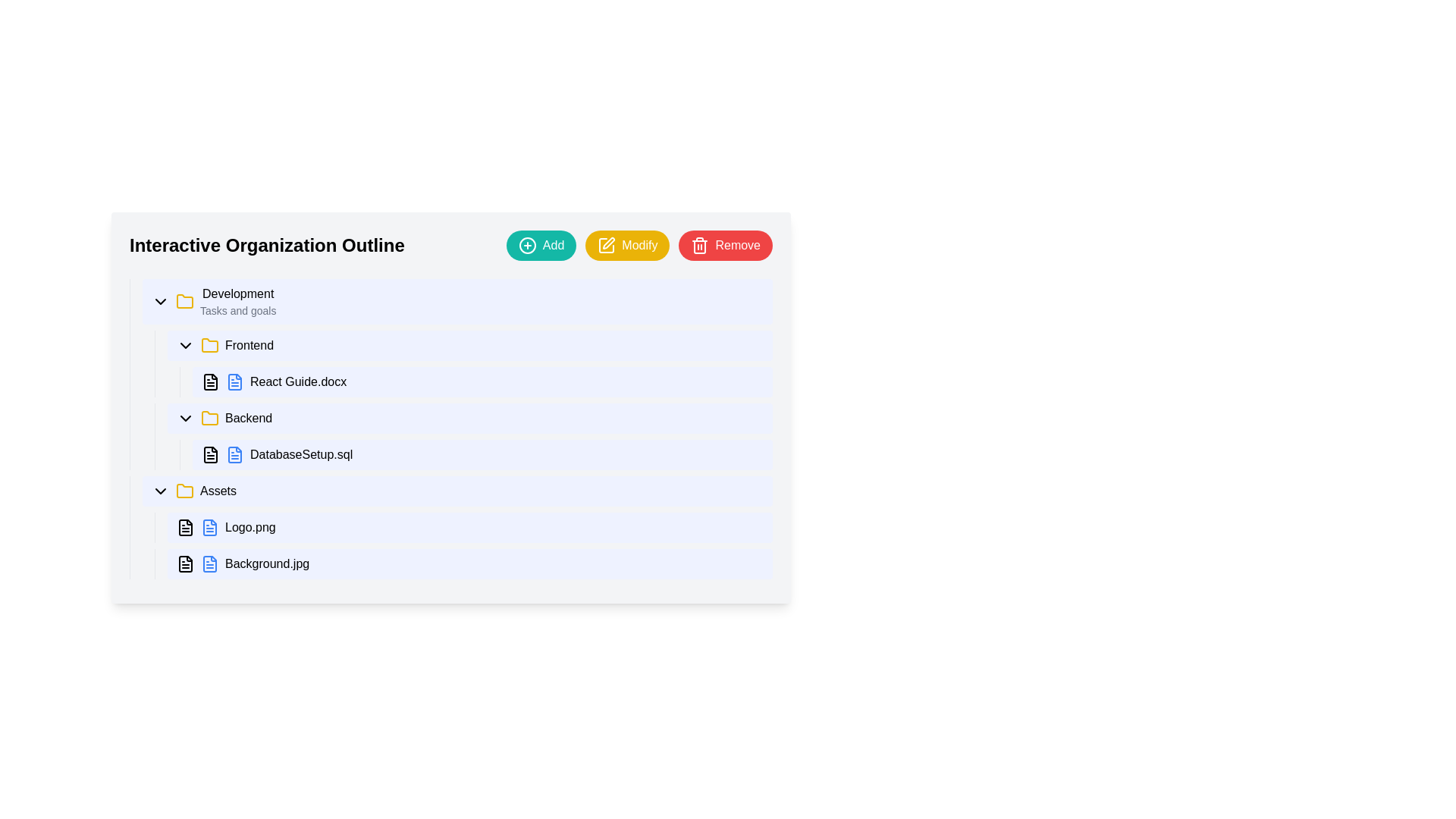  What do you see at coordinates (209, 564) in the screenshot?
I see `the icon representing the file labeled 'Background.jpg', located at the far left of its row in the file list` at bounding box center [209, 564].